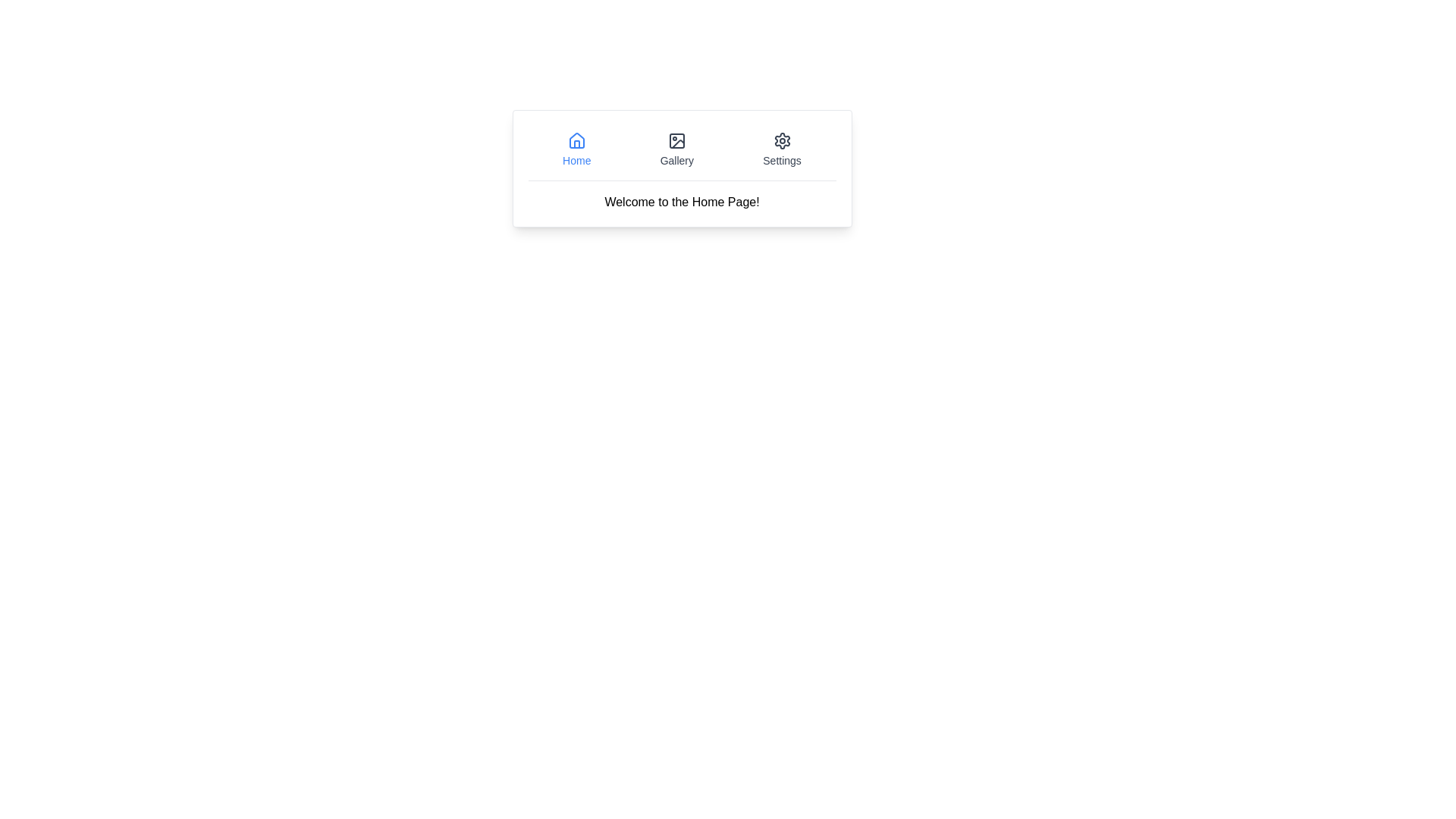 The image size is (1456, 819). I want to click on the 'Settings' button, which features a gear-shaped icon and the text 'Settings', located on the far-right side of the header section, so click(782, 149).